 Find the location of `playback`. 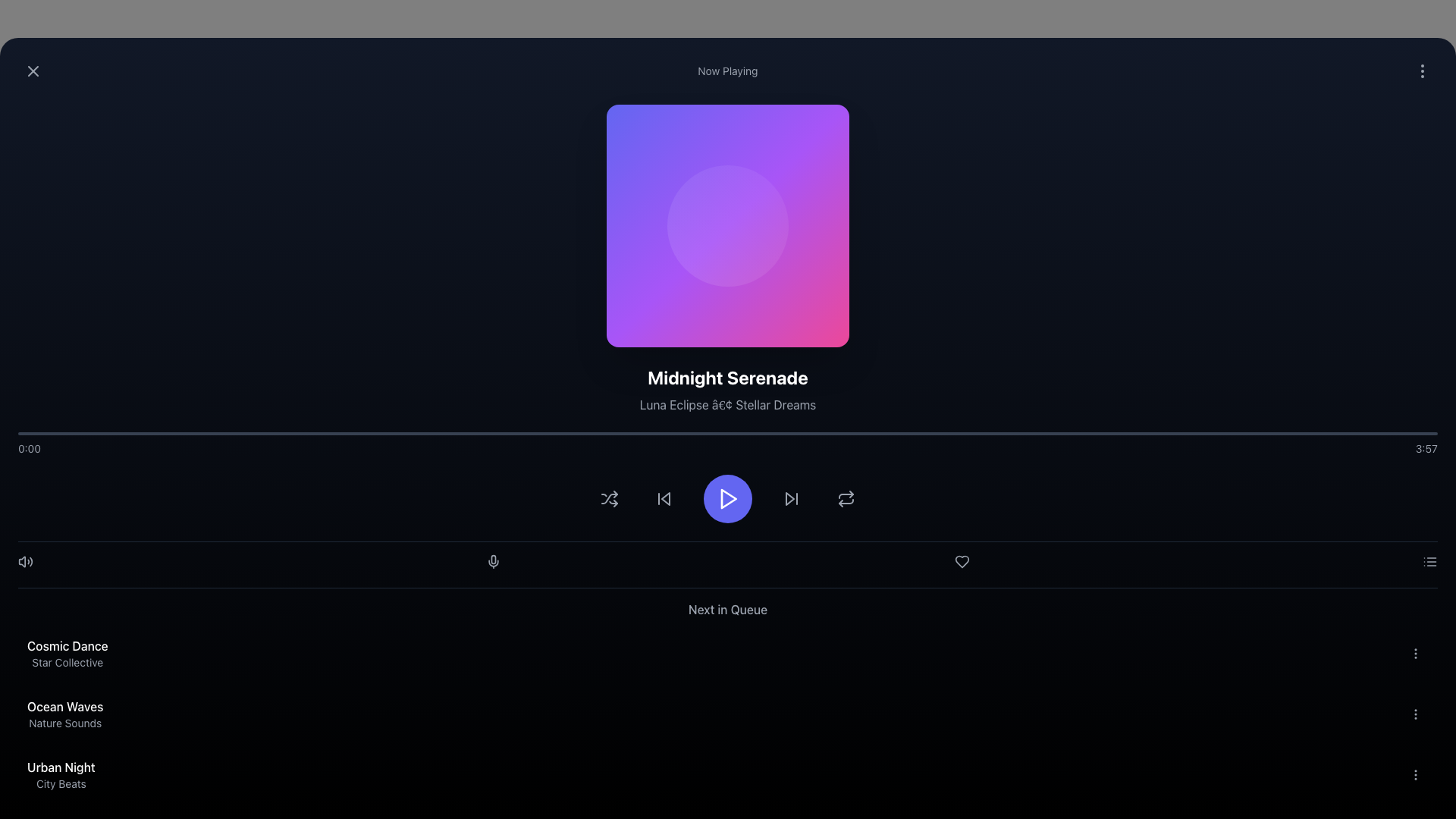

playback is located at coordinates (293, 433).